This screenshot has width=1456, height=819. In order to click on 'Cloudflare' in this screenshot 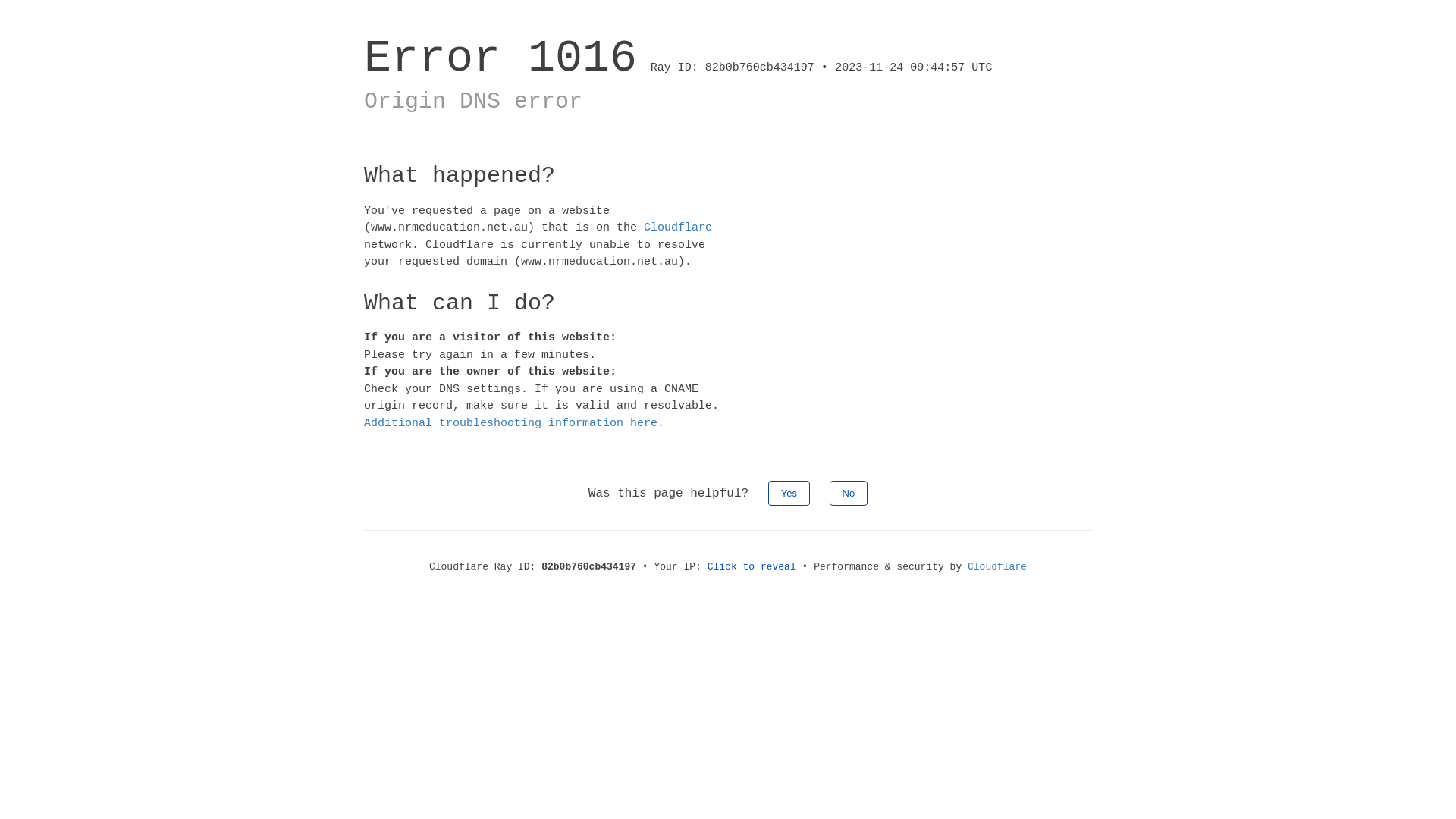, I will do `click(676, 227)`.